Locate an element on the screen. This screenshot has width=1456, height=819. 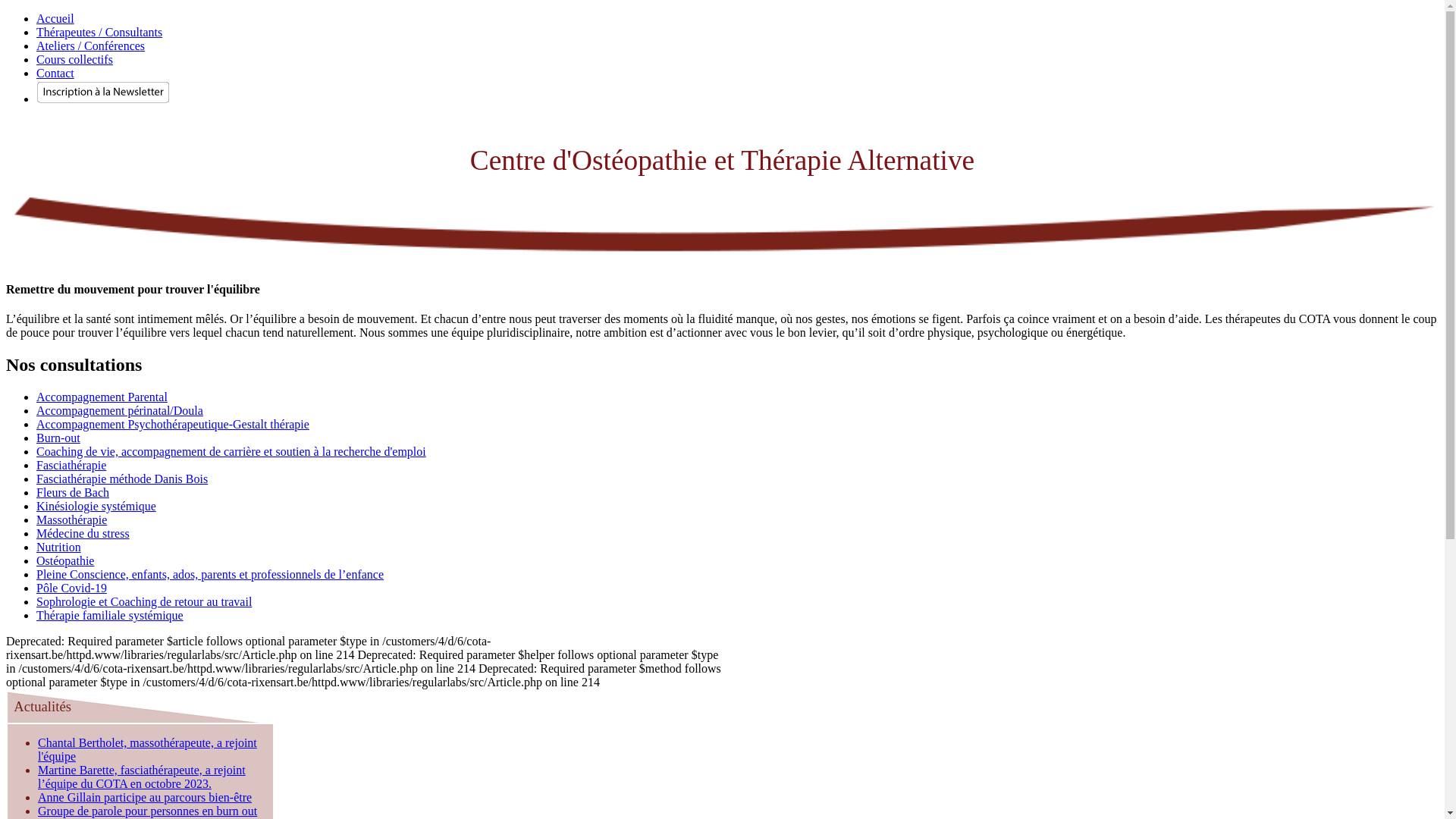
'Accompagnement Parental' is located at coordinates (36, 396).